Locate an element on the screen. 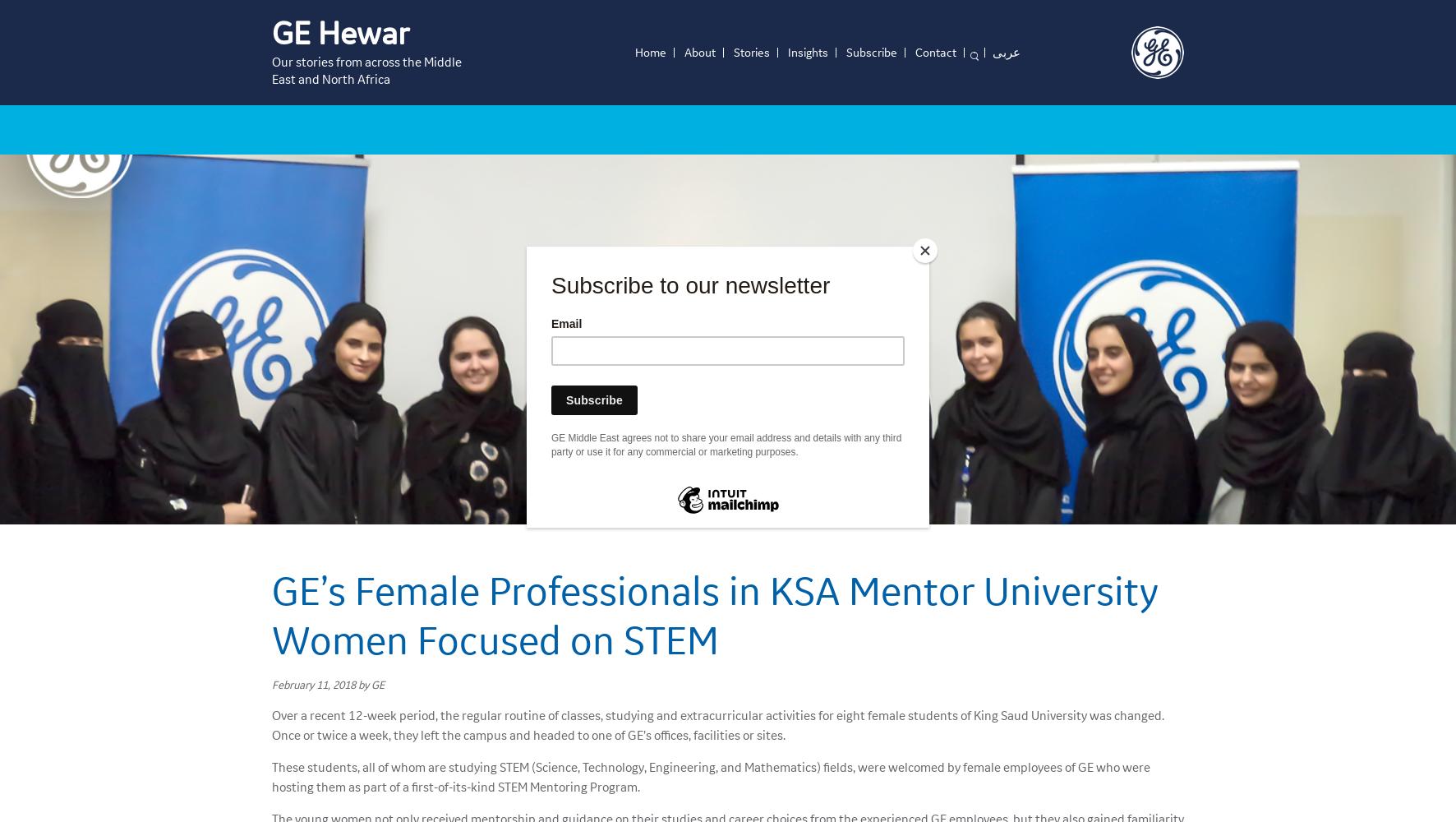 This screenshot has height=822, width=1456. 'GE’s Female Professionals in KSA Mentor University Women Focused on STEM' is located at coordinates (271, 613).